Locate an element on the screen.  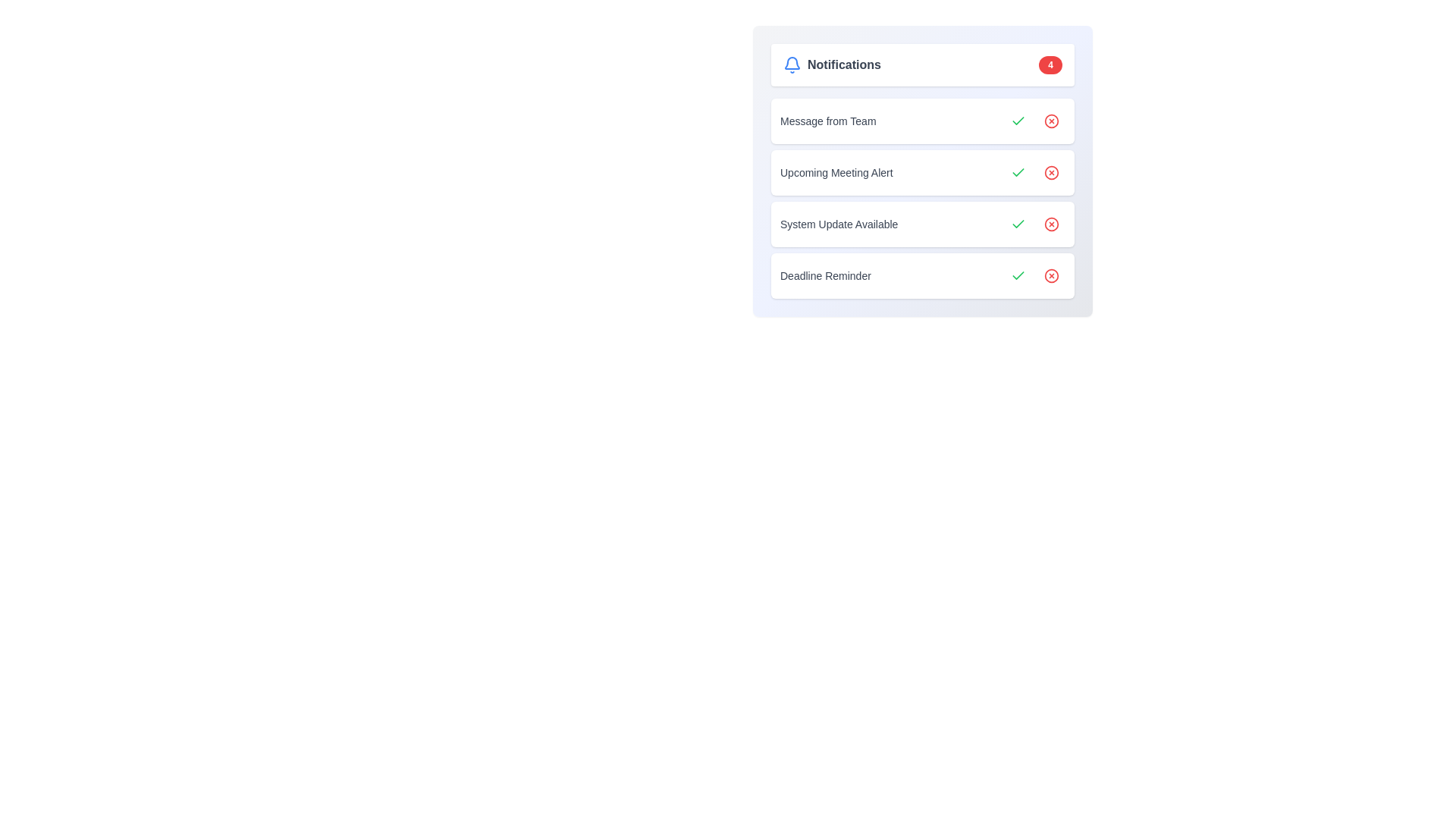
the green check mark icon located to the right of the 'Deadline Reminder' entry in the notification list is located at coordinates (1018, 275).